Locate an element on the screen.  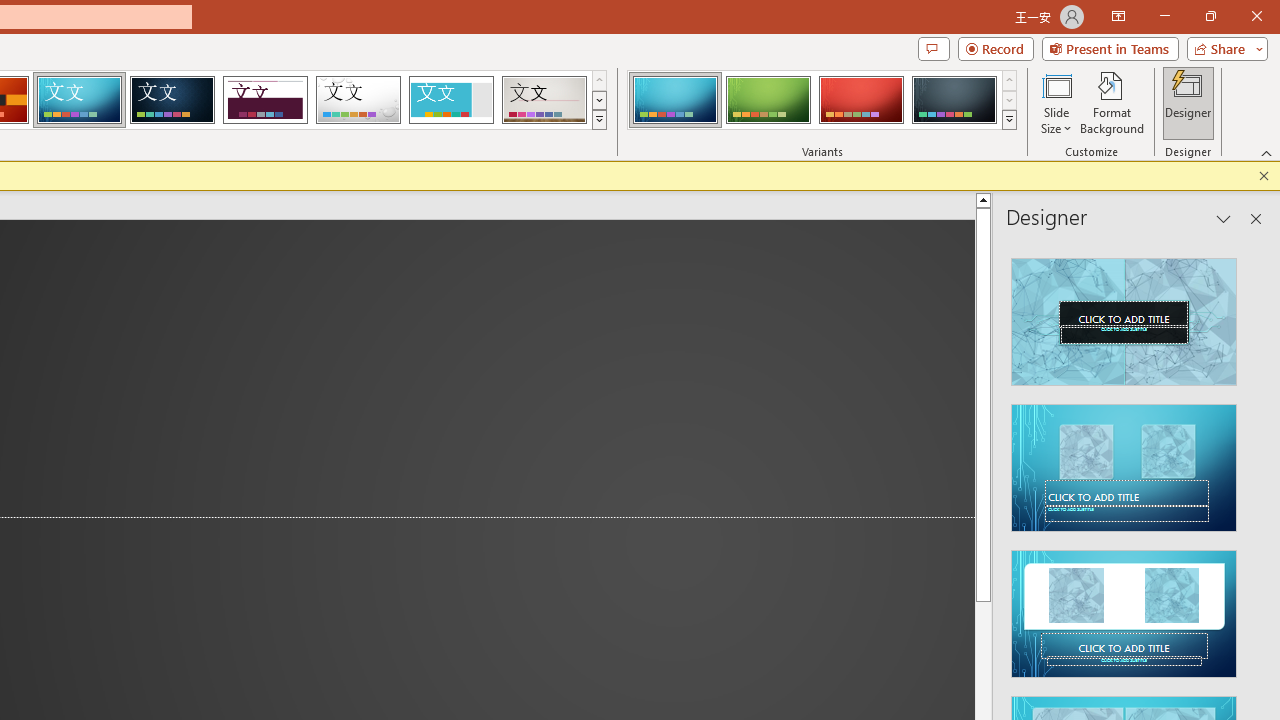
'Collapse the Ribbon' is located at coordinates (1266, 152).